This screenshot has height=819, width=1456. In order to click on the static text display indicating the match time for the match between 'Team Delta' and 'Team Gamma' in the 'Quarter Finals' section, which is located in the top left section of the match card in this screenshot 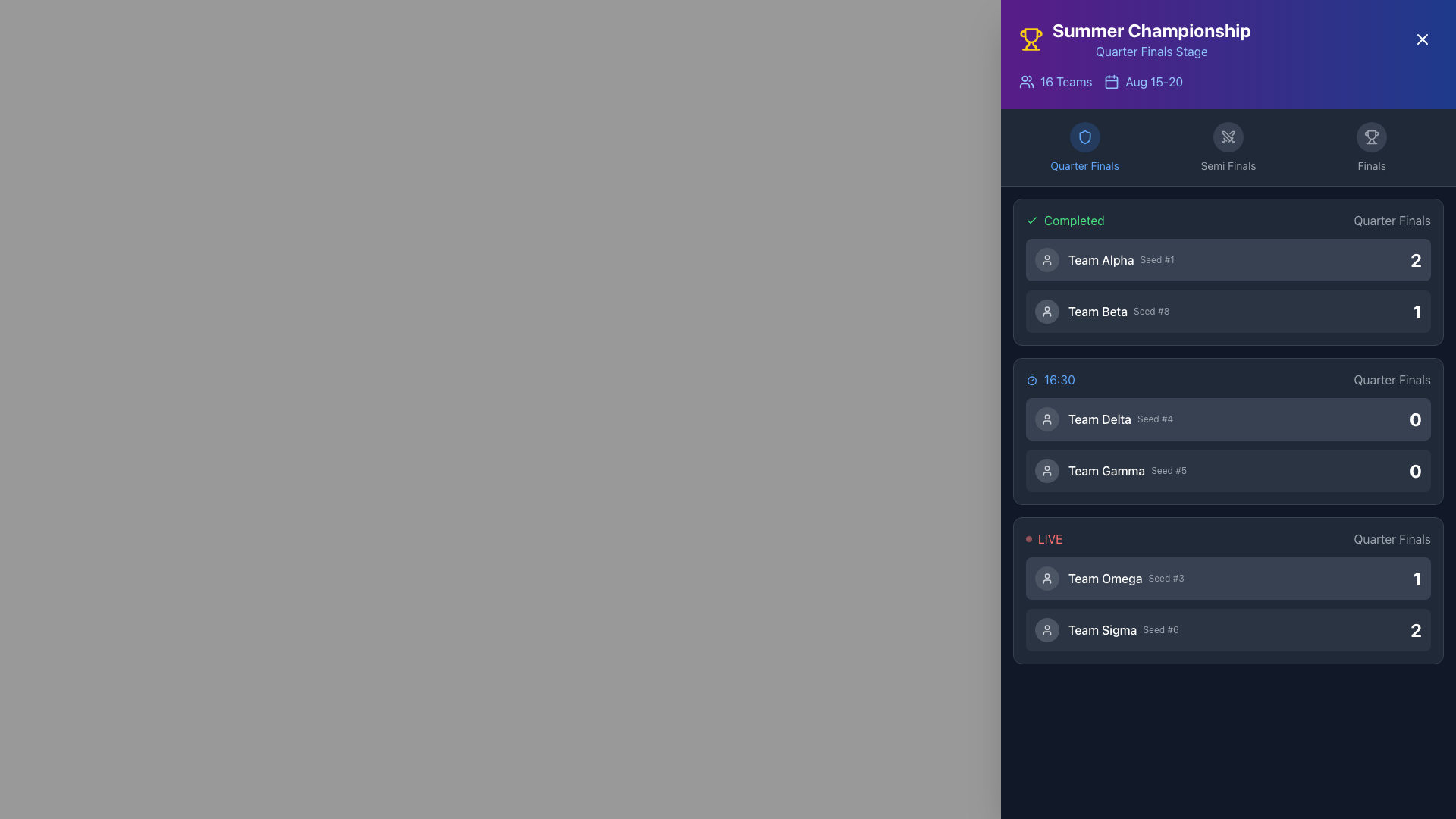, I will do `click(1050, 379)`.